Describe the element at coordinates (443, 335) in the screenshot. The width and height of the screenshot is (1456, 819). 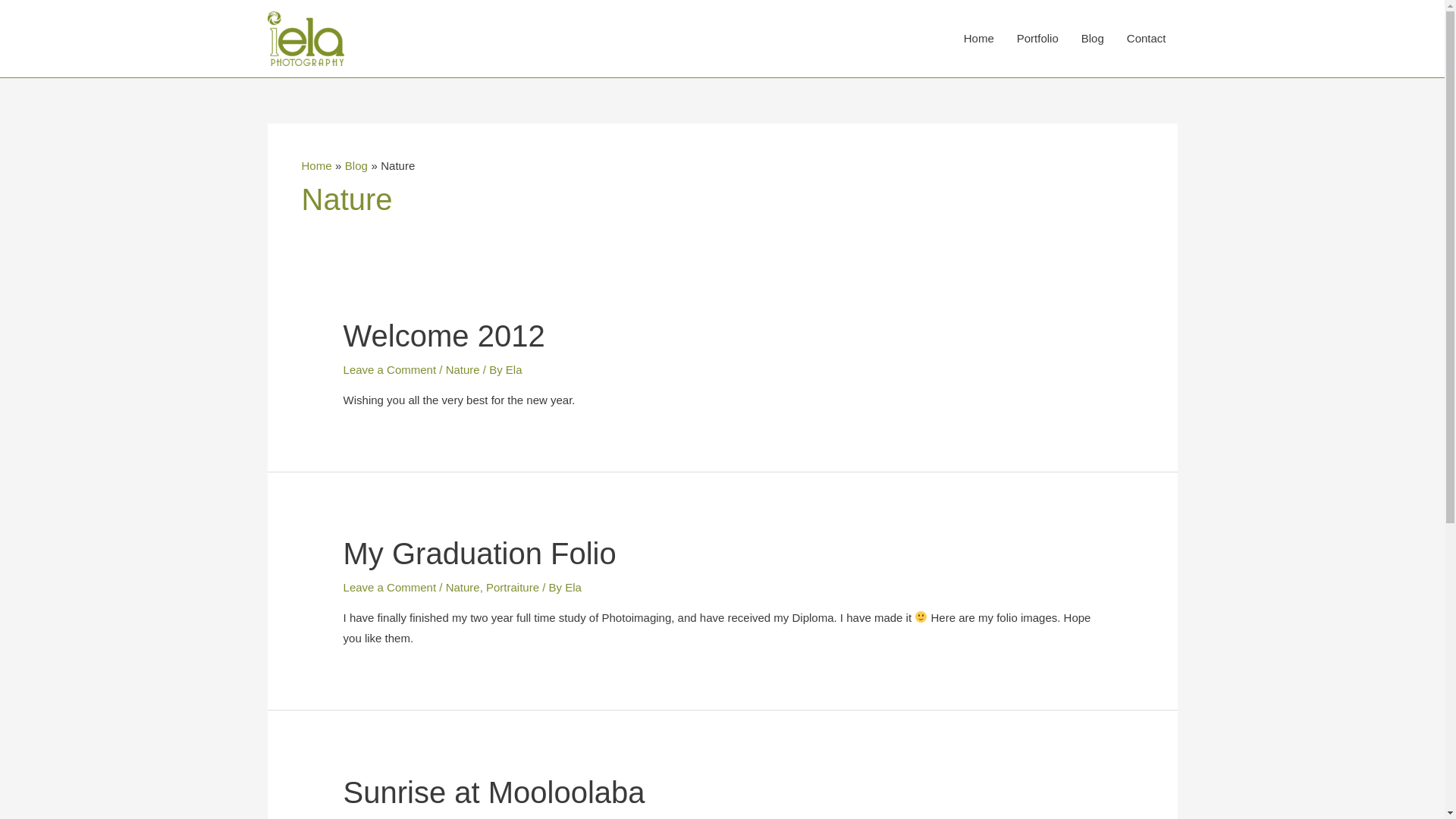
I see `'Welcome 2012'` at that location.